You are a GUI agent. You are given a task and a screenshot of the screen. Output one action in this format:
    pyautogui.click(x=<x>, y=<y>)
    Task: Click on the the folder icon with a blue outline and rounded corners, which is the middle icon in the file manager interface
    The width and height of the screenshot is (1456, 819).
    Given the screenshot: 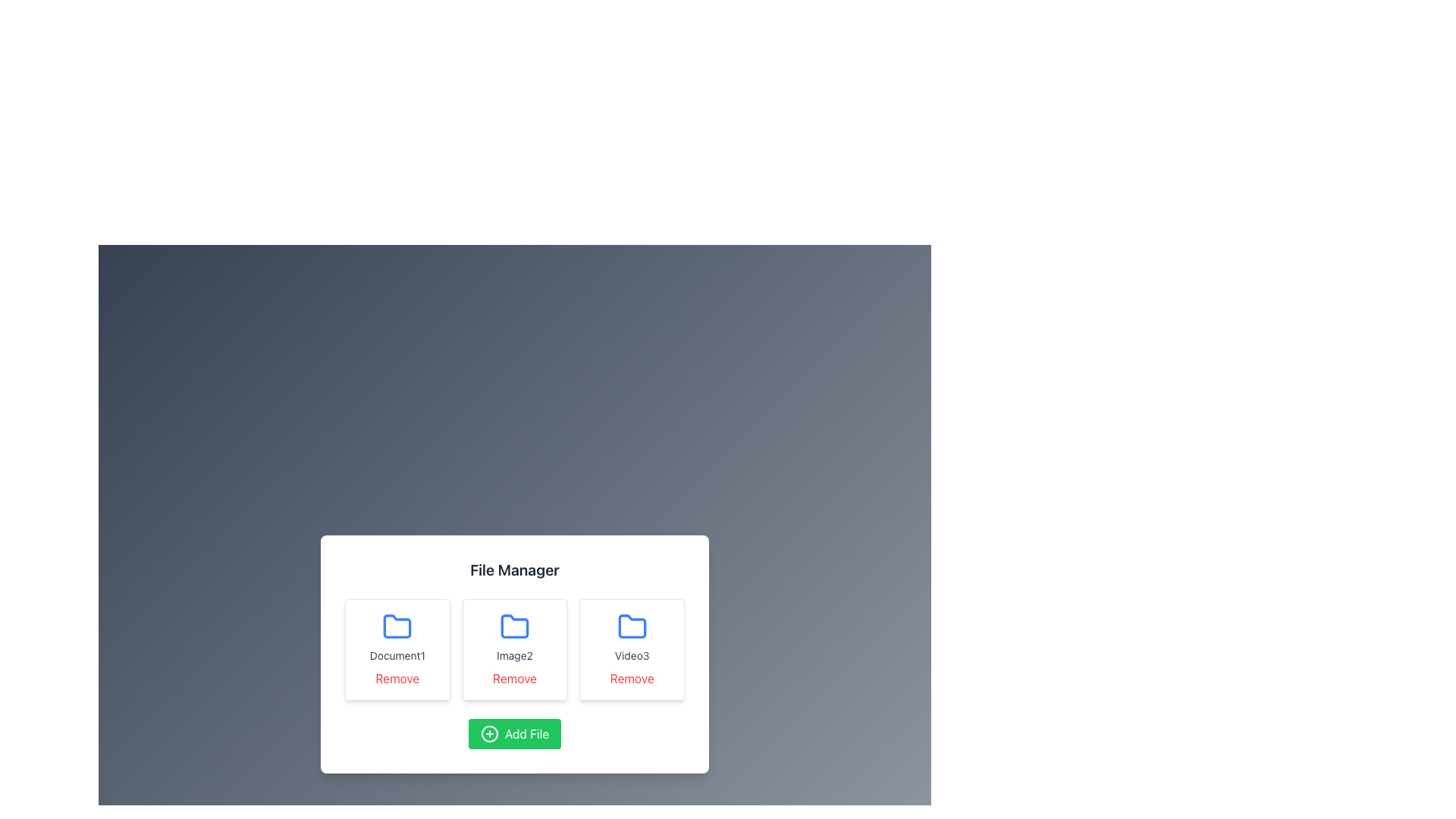 What is the action you would take?
    pyautogui.click(x=514, y=626)
    